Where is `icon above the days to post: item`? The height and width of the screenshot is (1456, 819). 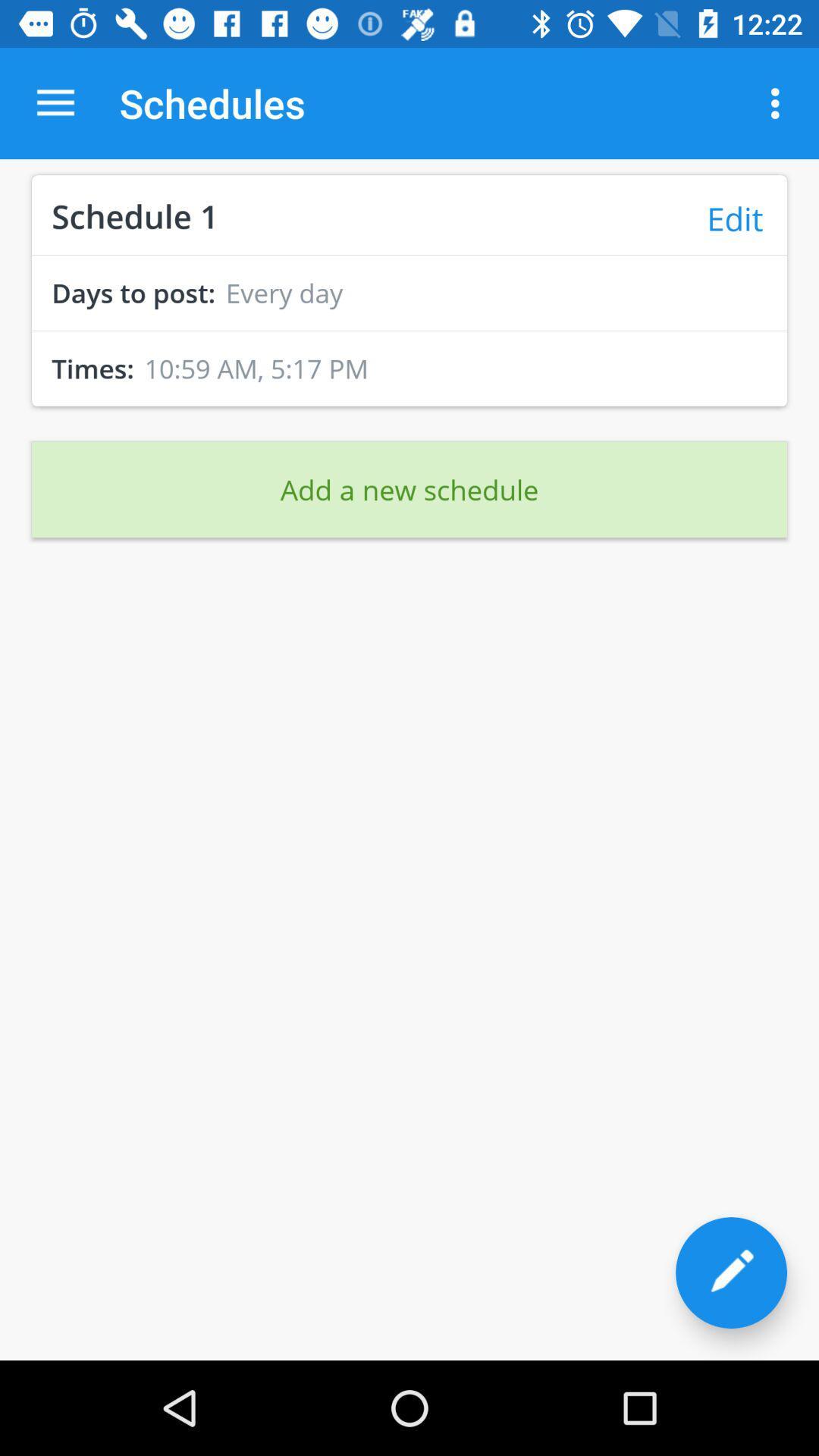
icon above the days to post: item is located at coordinates (409, 255).